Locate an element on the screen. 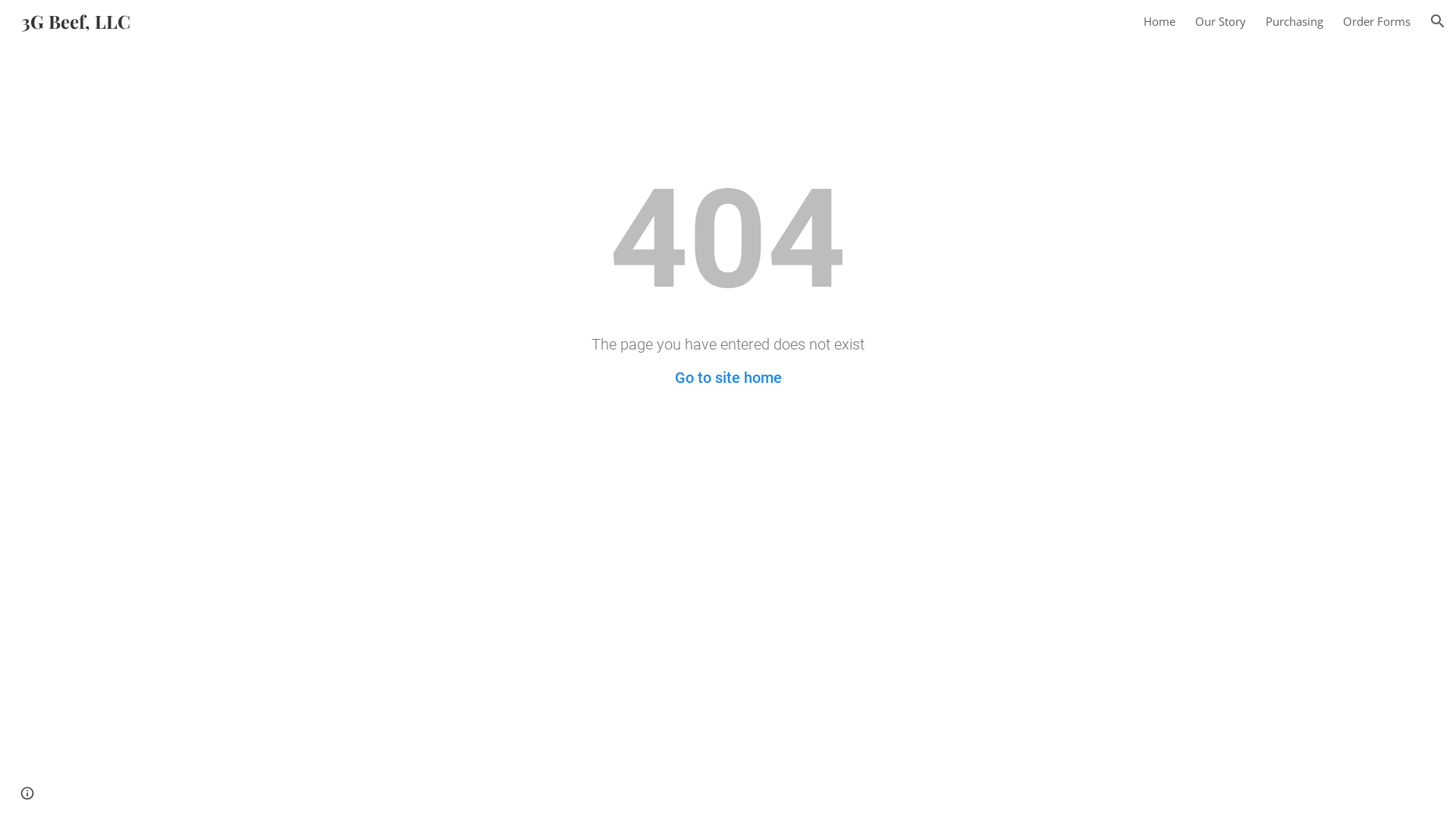  'Home' is located at coordinates (1159, 20).